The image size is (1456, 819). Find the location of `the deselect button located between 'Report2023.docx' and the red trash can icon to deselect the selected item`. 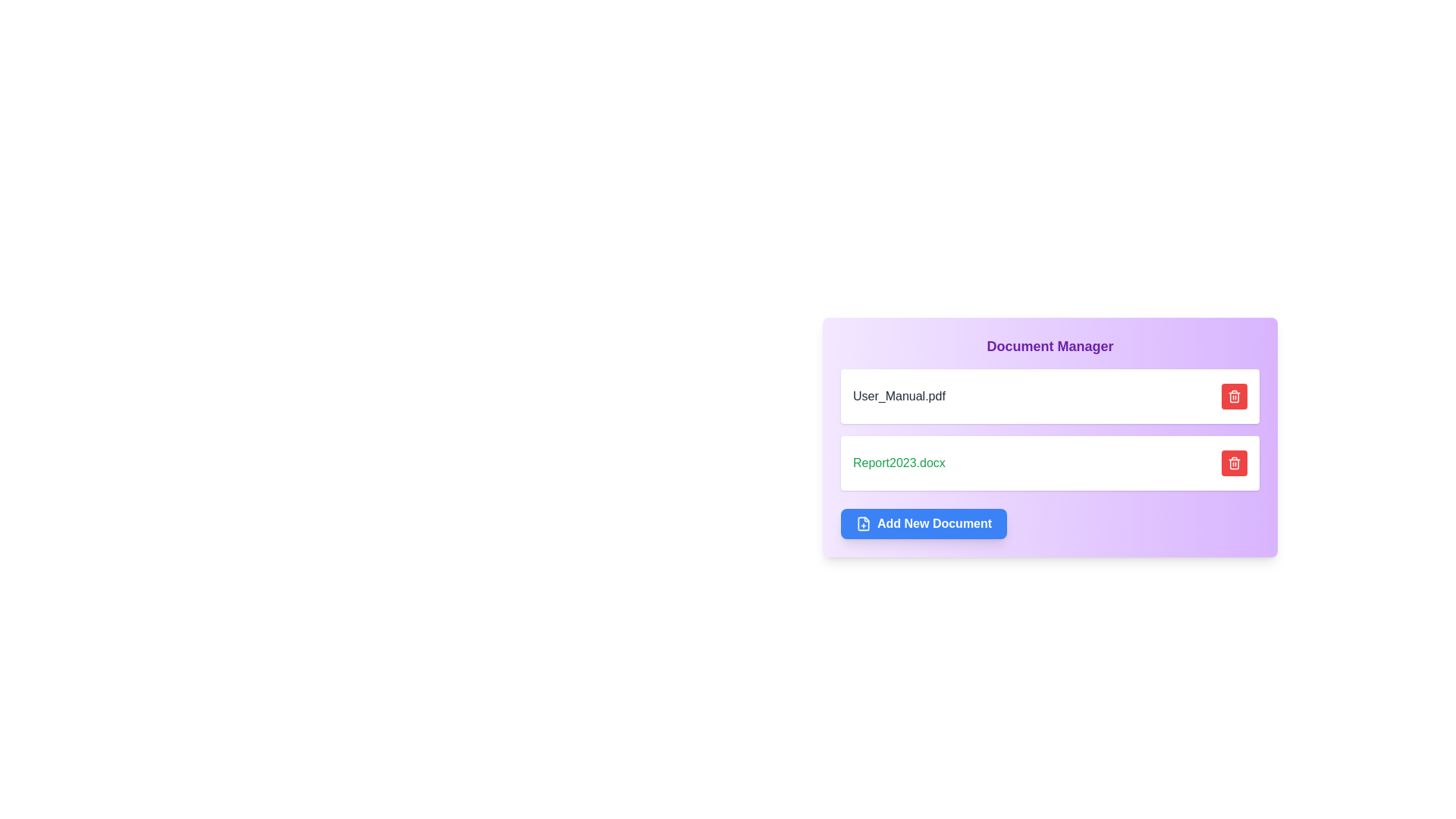

the deselect button located between 'Report2023.docx' and the red trash can icon to deselect the selected item is located at coordinates (1178, 462).